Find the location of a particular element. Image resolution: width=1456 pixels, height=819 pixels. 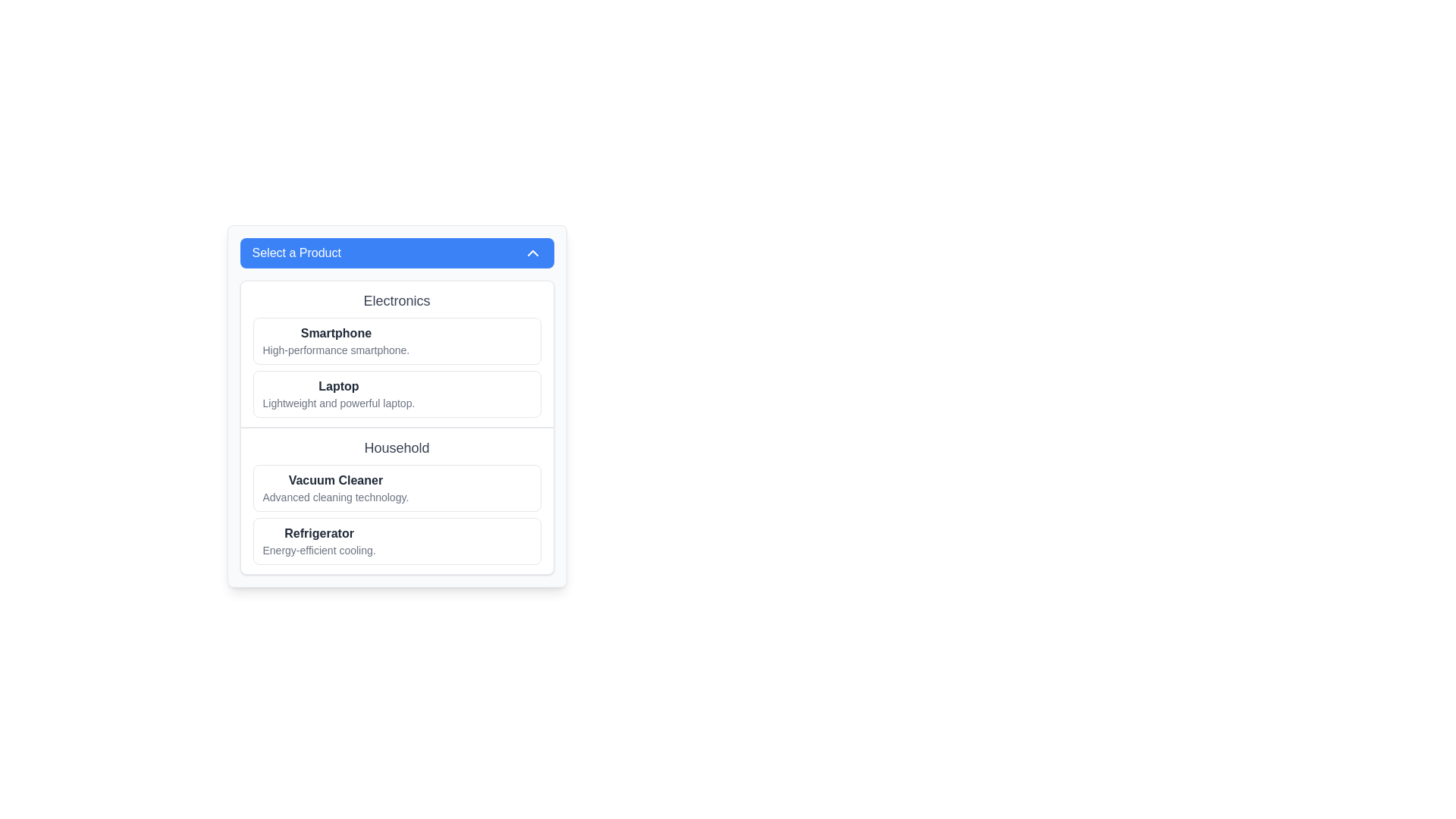

text content of the Text block that includes 'Laptop' and 'Lightweight and powerful laptop.' located in the Electronics category, specifically the second item in the list is located at coordinates (337, 394).